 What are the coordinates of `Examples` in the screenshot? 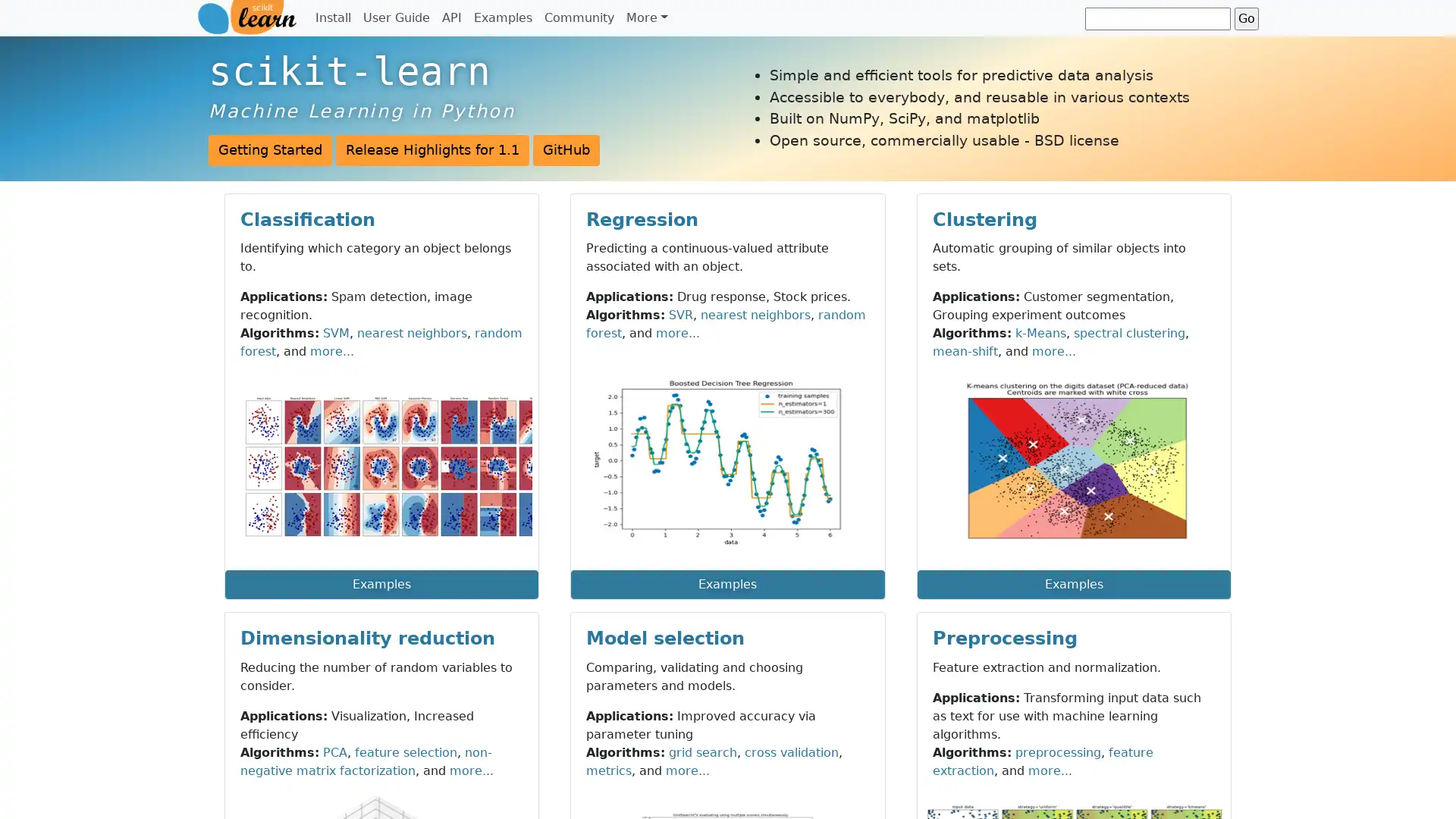 It's located at (1073, 584).